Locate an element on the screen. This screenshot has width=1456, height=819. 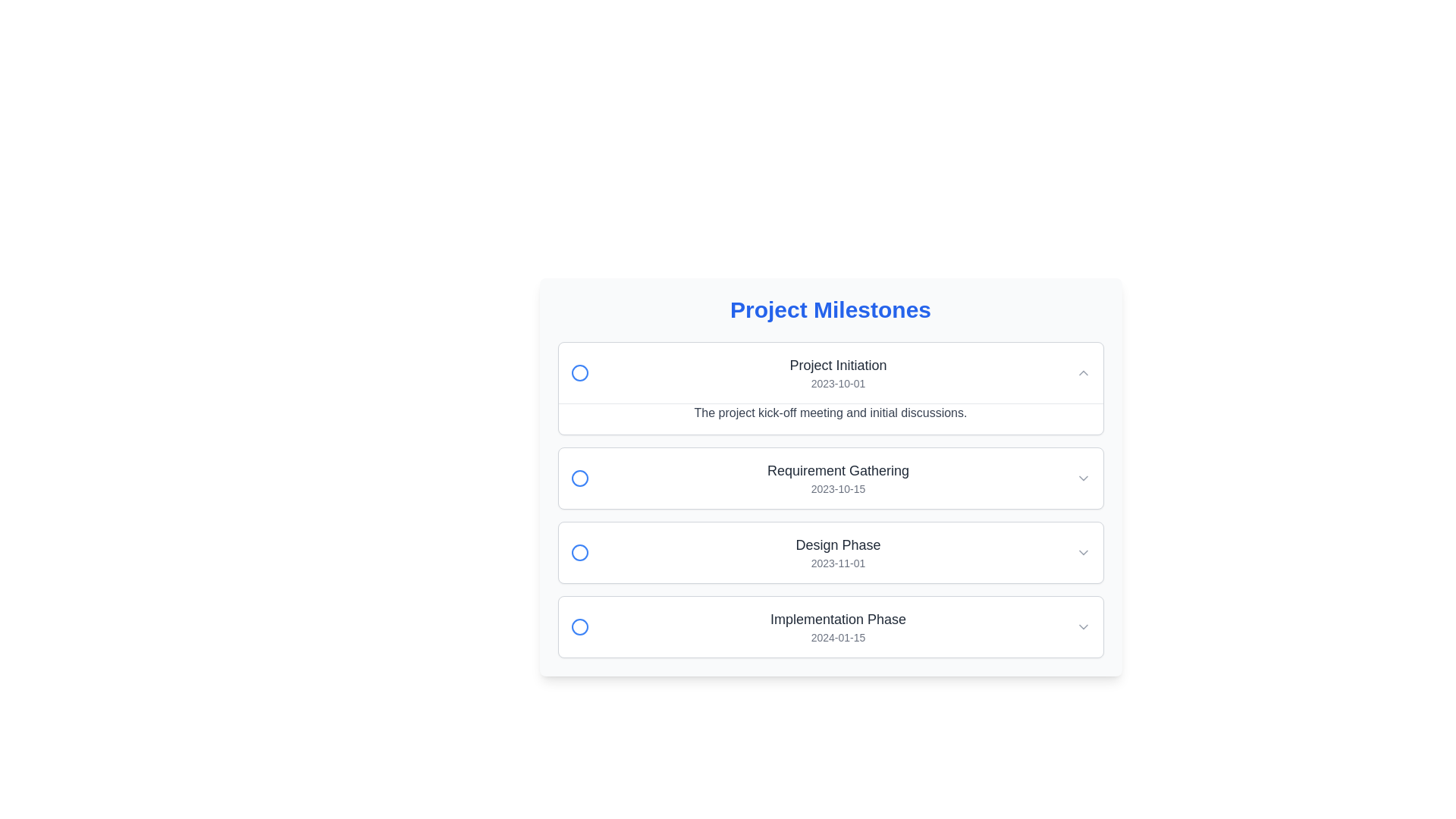
the downward-pointing chevron icon in the 'Requirement Gathering' card is located at coordinates (1082, 479).